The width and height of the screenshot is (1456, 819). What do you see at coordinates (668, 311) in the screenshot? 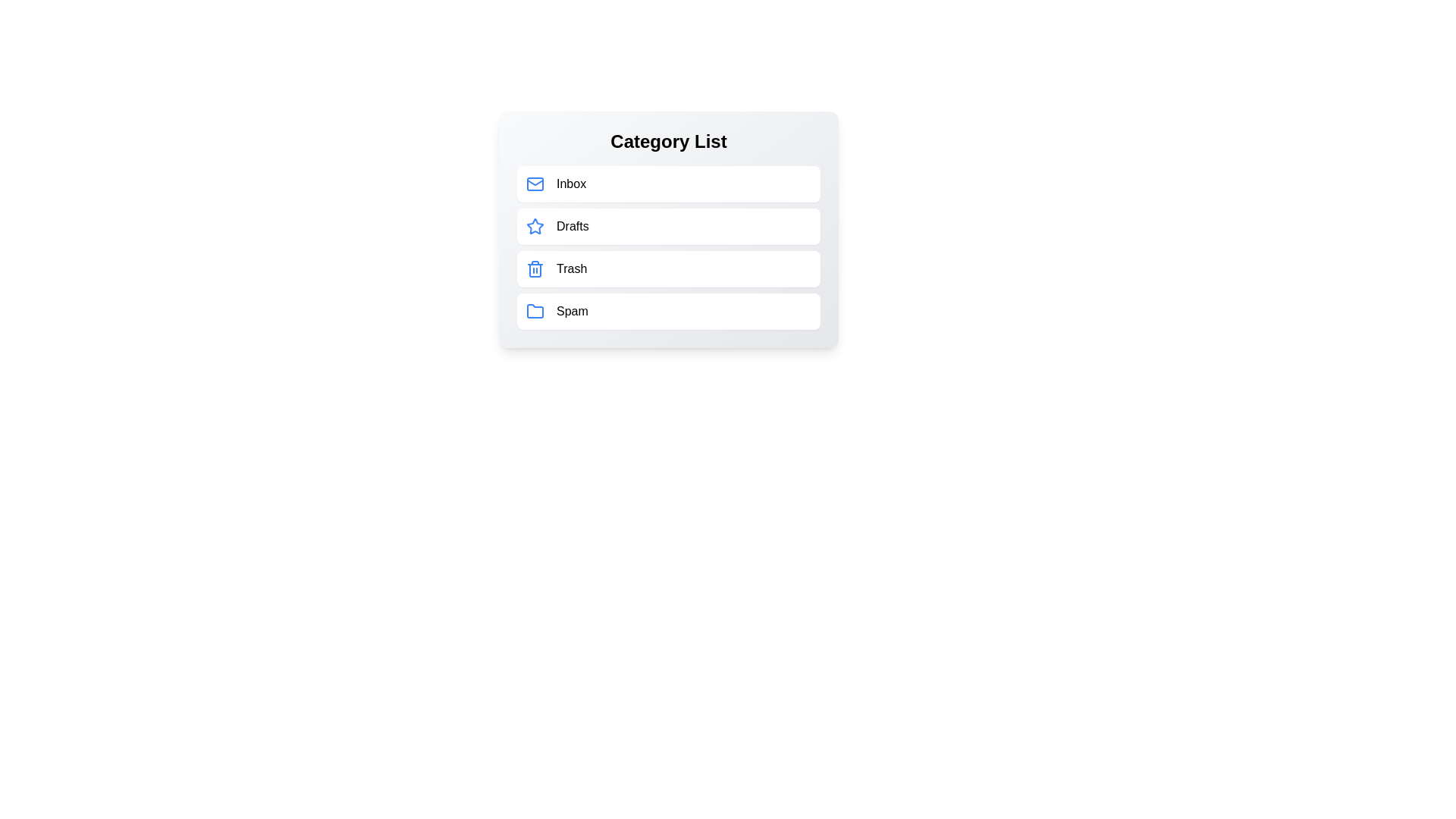
I see `the category Spam from the list` at bounding box center [668, 311].